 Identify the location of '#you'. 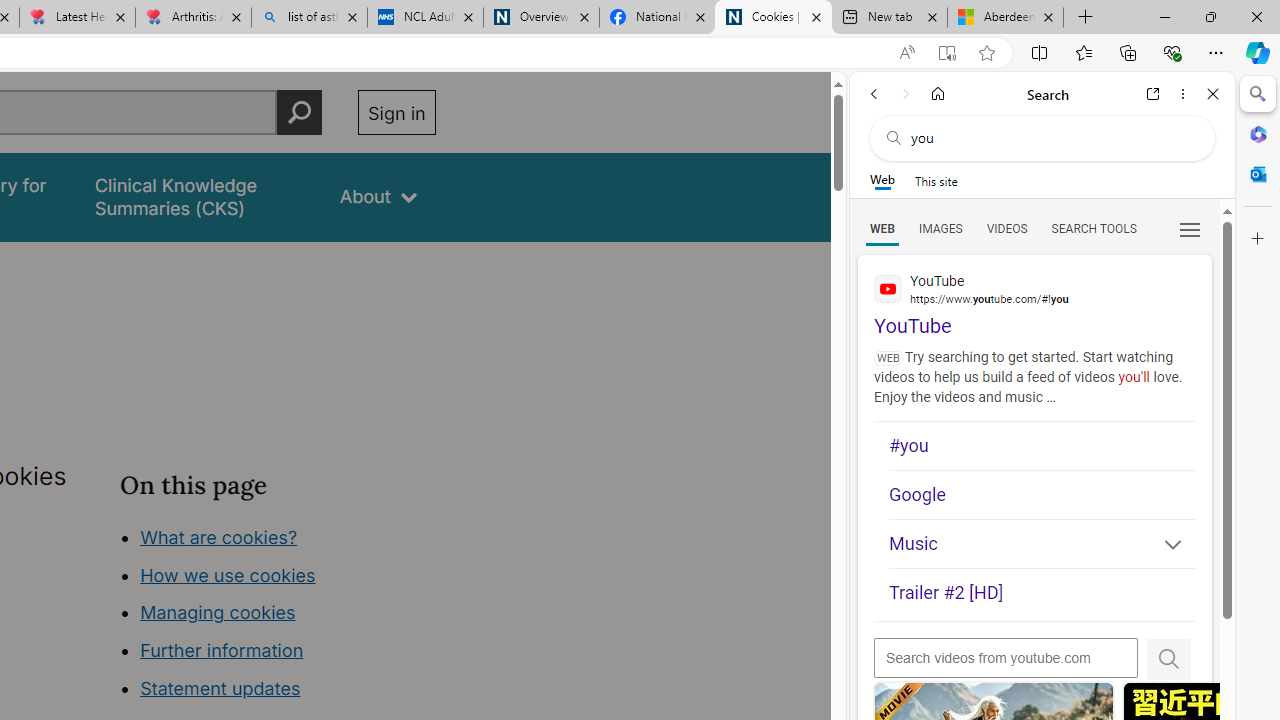
(1041, 445).